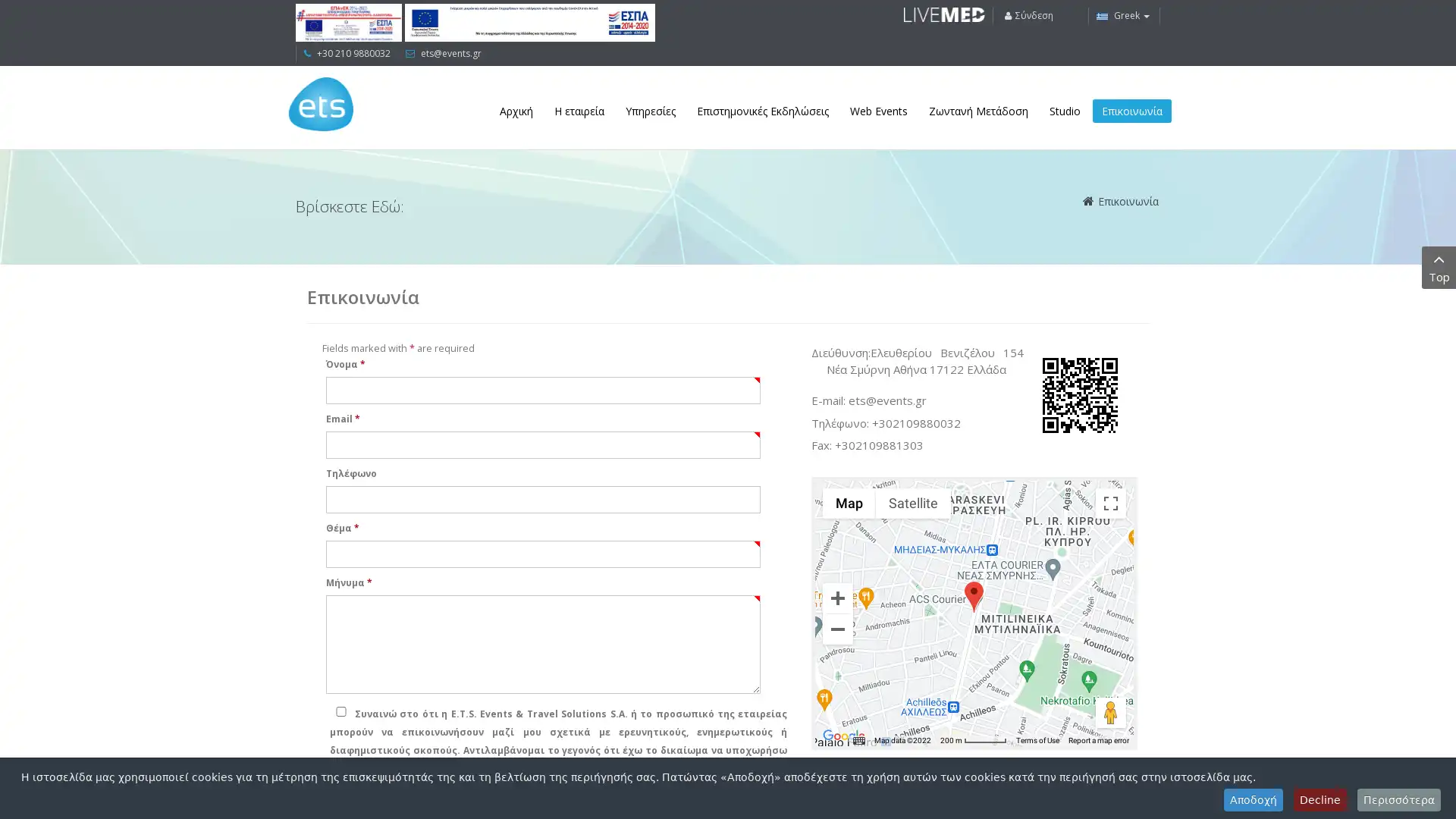  Describe the element at coordinates (836, 629) in the screenshot. I see `Zoom out` at that location.